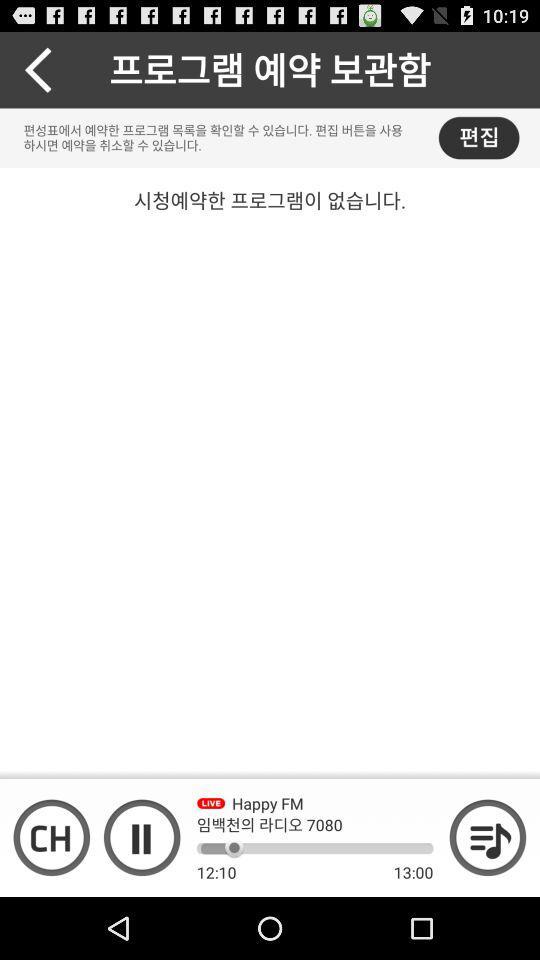 The height and width of the screenshot is (960, 540). I want to click on the arrow_backward icon, so click(38, 74).